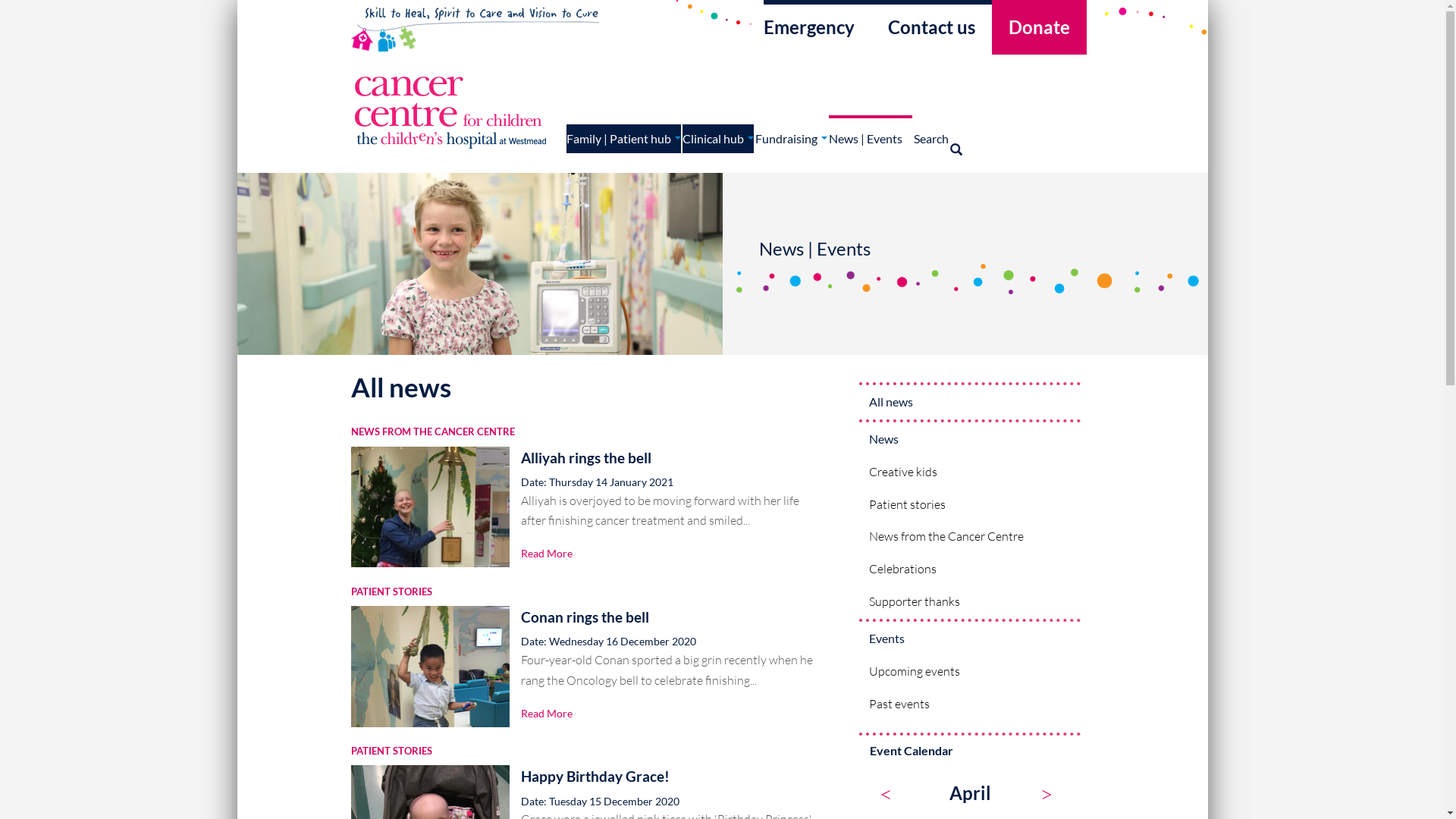  Describe the element at coordinates (815, 27) in the screenshot. I see `'Emergency'` at that location.